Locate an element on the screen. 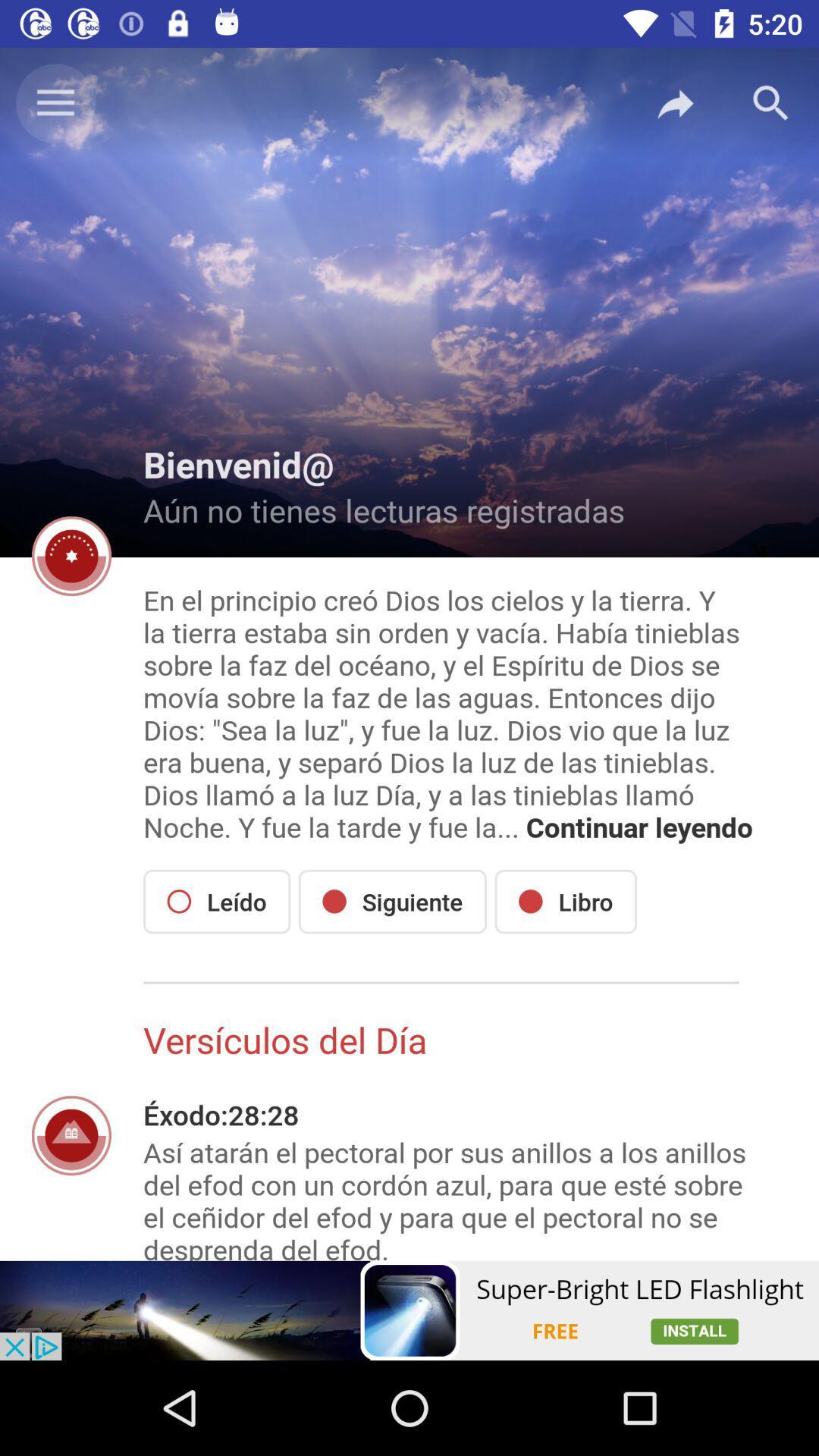 The image size is (819, 1456). the item below the en el principio is located at coordinates (217, 902).